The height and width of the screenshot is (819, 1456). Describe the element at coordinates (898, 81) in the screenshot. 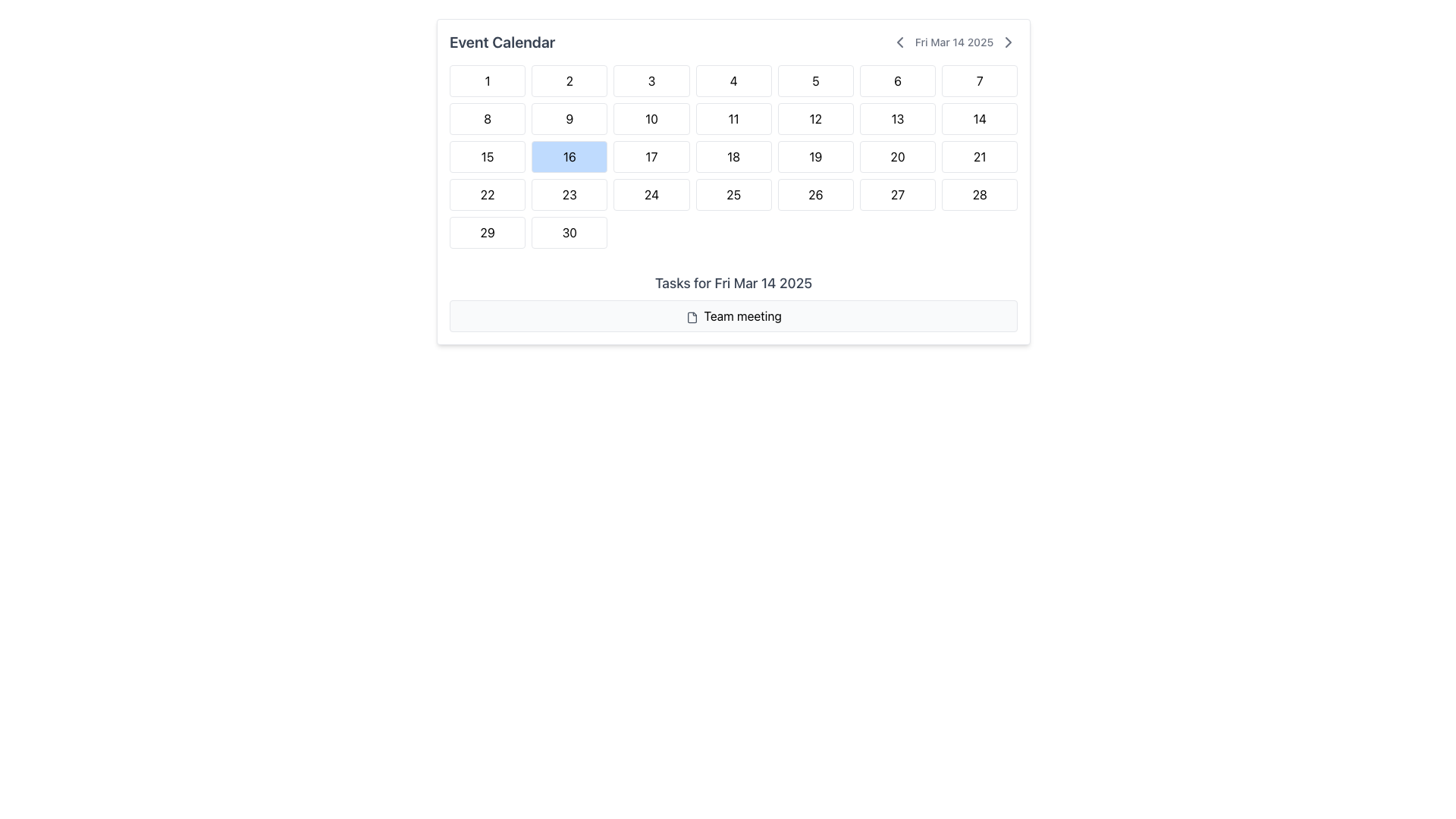

I see `to select the calendar date cell labeled '6', which is located in the first row and sixth column of the calendar grid` at that location.